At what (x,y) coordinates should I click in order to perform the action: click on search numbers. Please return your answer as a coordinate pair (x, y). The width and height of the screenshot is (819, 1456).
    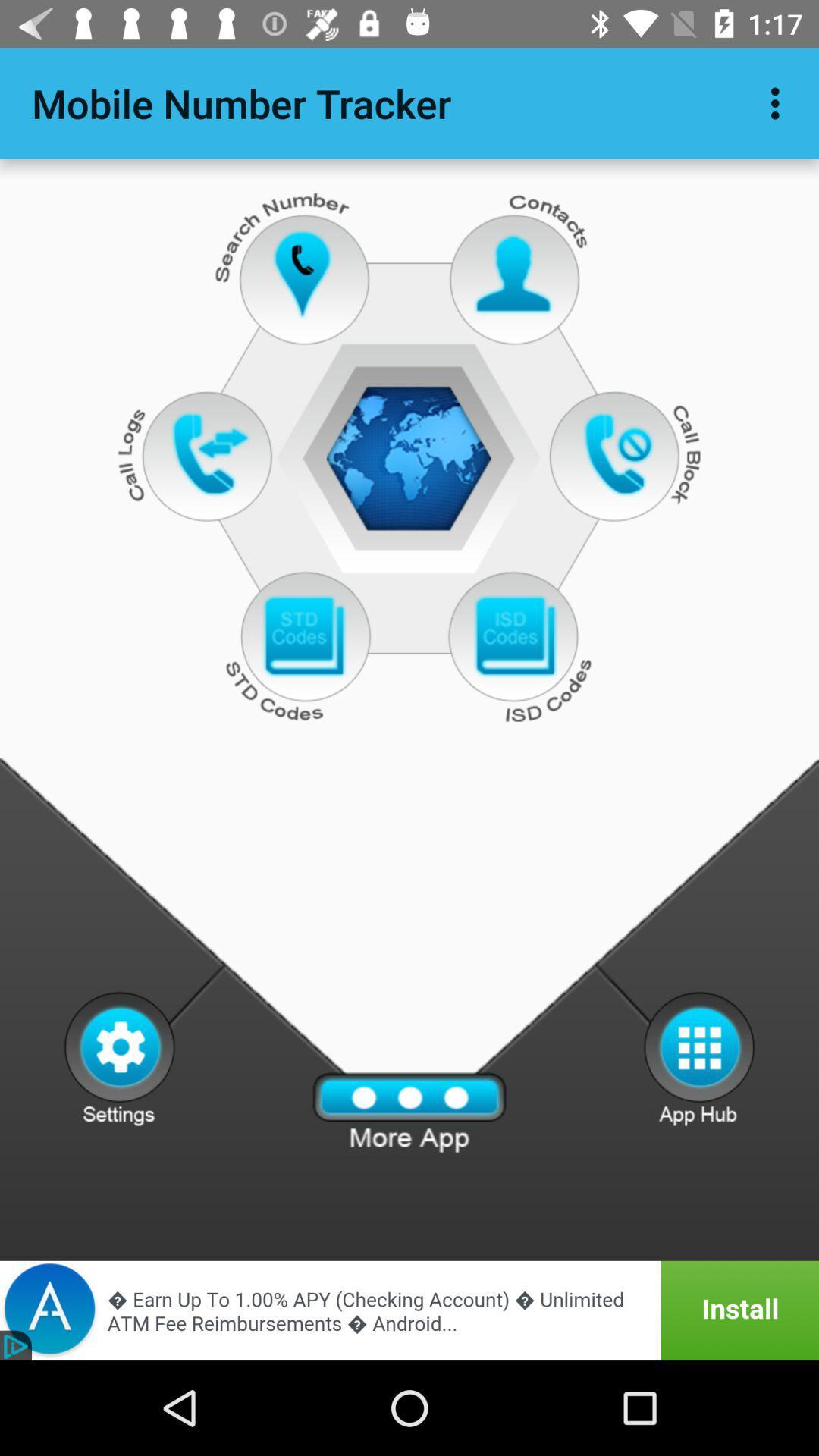
    Looking at the image, I should click on (303, 275).